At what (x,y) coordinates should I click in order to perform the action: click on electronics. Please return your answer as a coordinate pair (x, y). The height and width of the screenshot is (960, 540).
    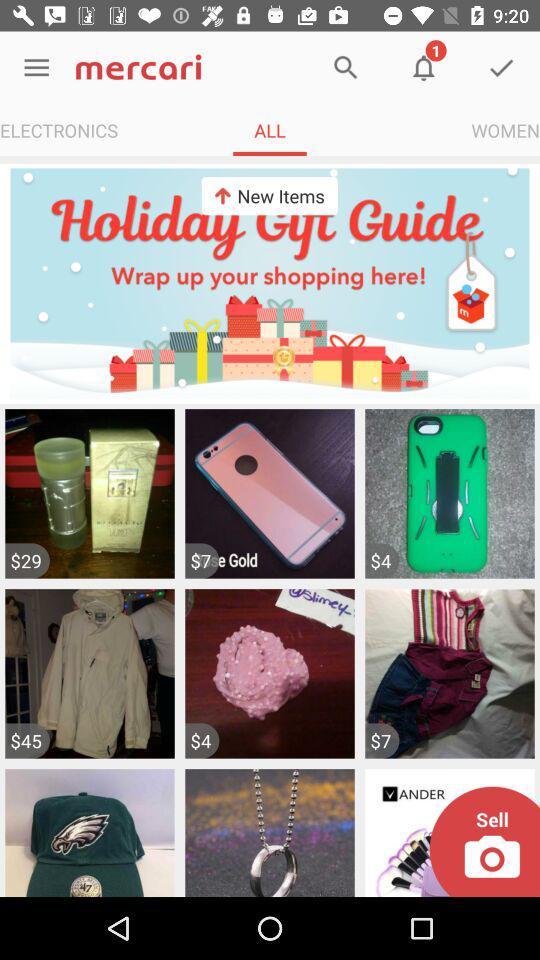
    Looking at the image, I should click on (59, 129).